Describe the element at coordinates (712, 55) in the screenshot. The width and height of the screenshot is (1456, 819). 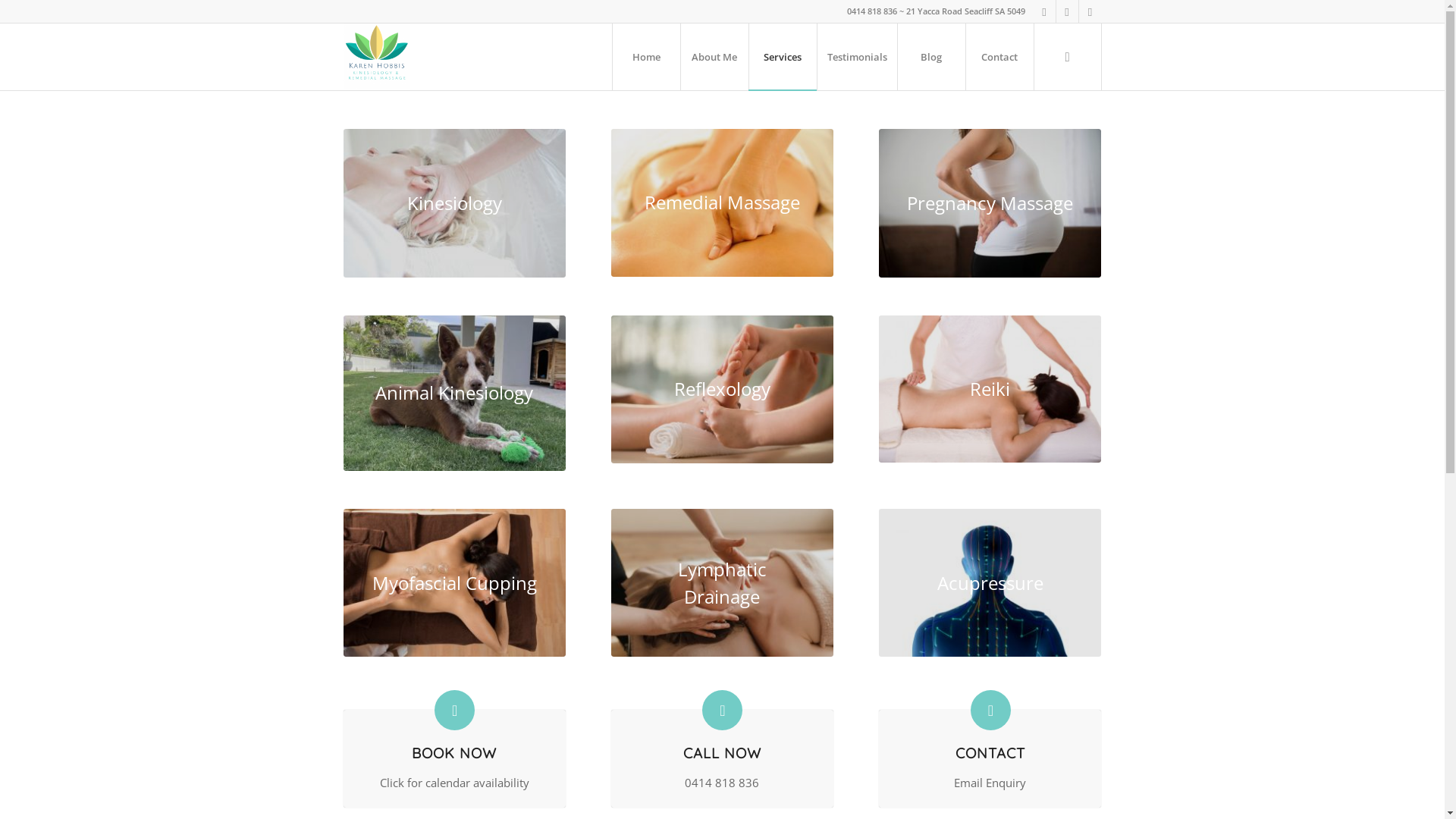
I see `'About Me'` at that location.